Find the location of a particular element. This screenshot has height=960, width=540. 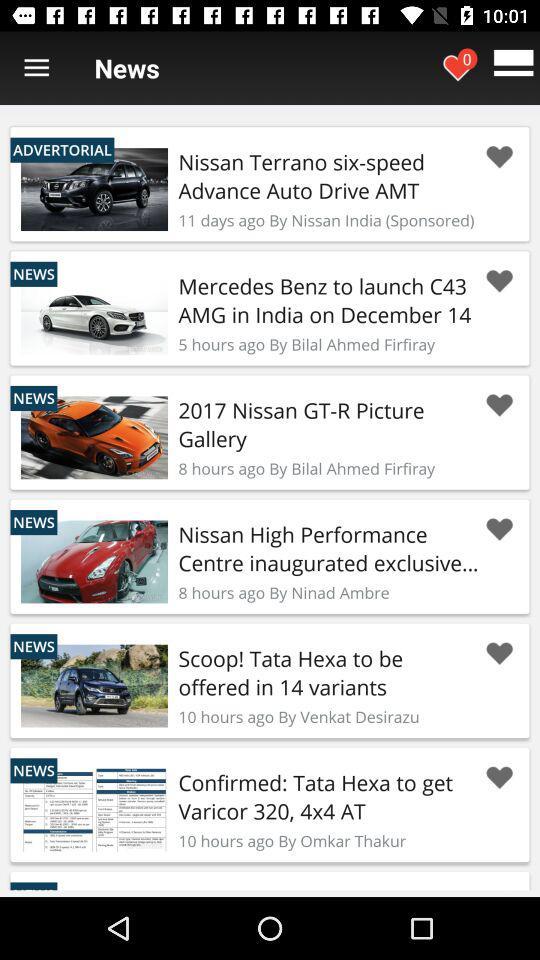

this car is located at coordinates (498, 280).